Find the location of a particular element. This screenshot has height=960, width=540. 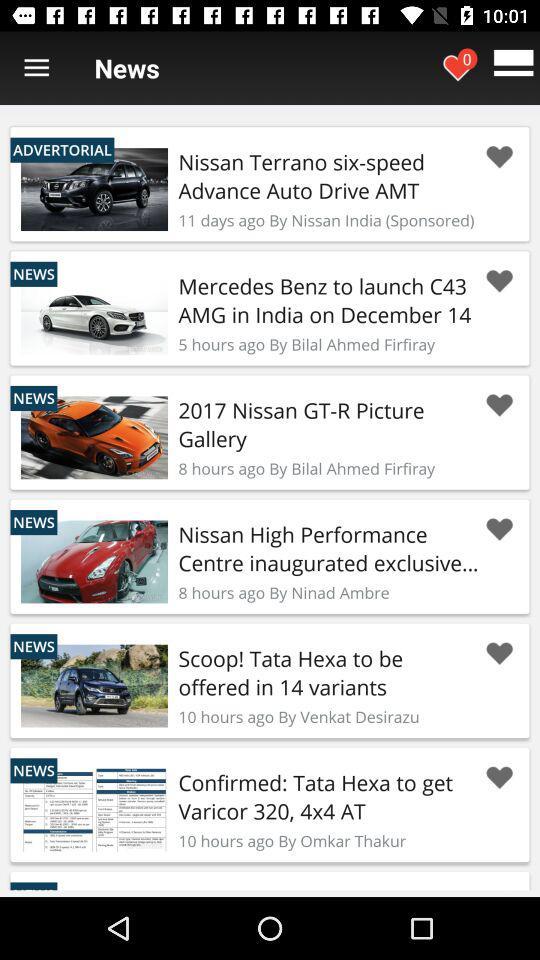

this car is located at coordinates (498, 280).